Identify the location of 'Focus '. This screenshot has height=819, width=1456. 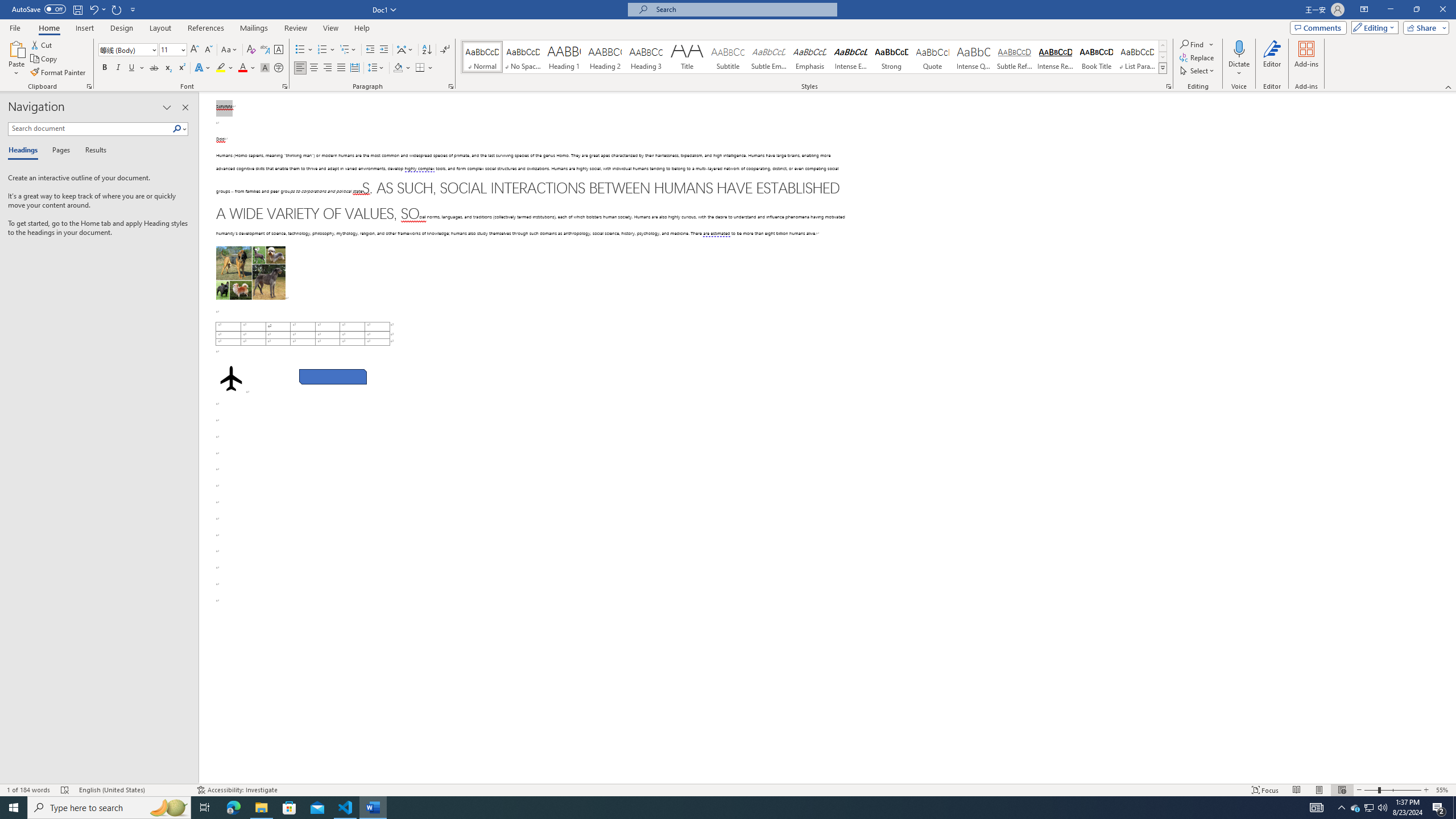
(1265, 790).